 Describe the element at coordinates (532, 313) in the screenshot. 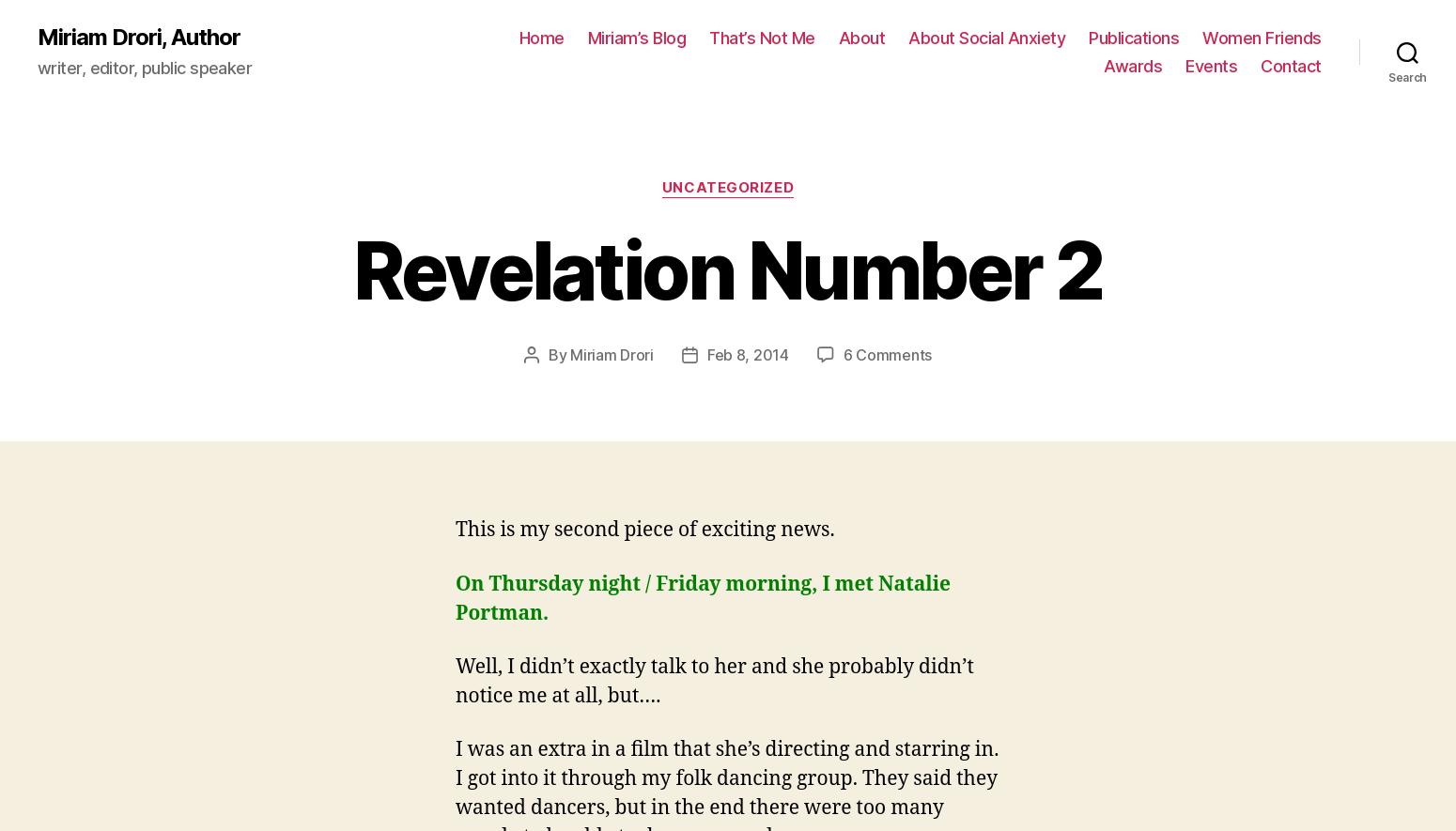

I see `'catdownunder'` at that location.